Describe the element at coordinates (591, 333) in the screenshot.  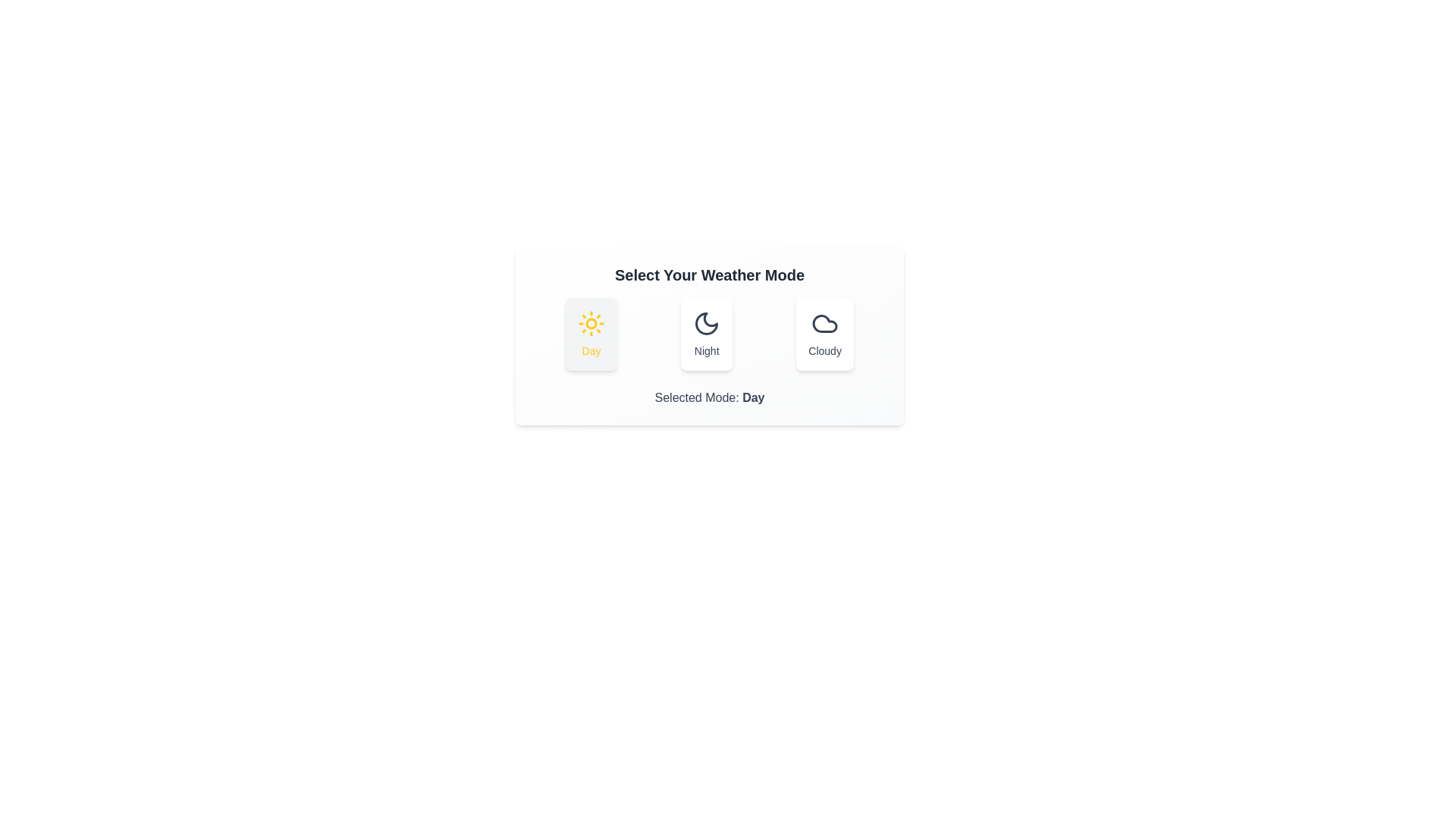
I see `the weather icon and its corresponding label for Day` at that location.